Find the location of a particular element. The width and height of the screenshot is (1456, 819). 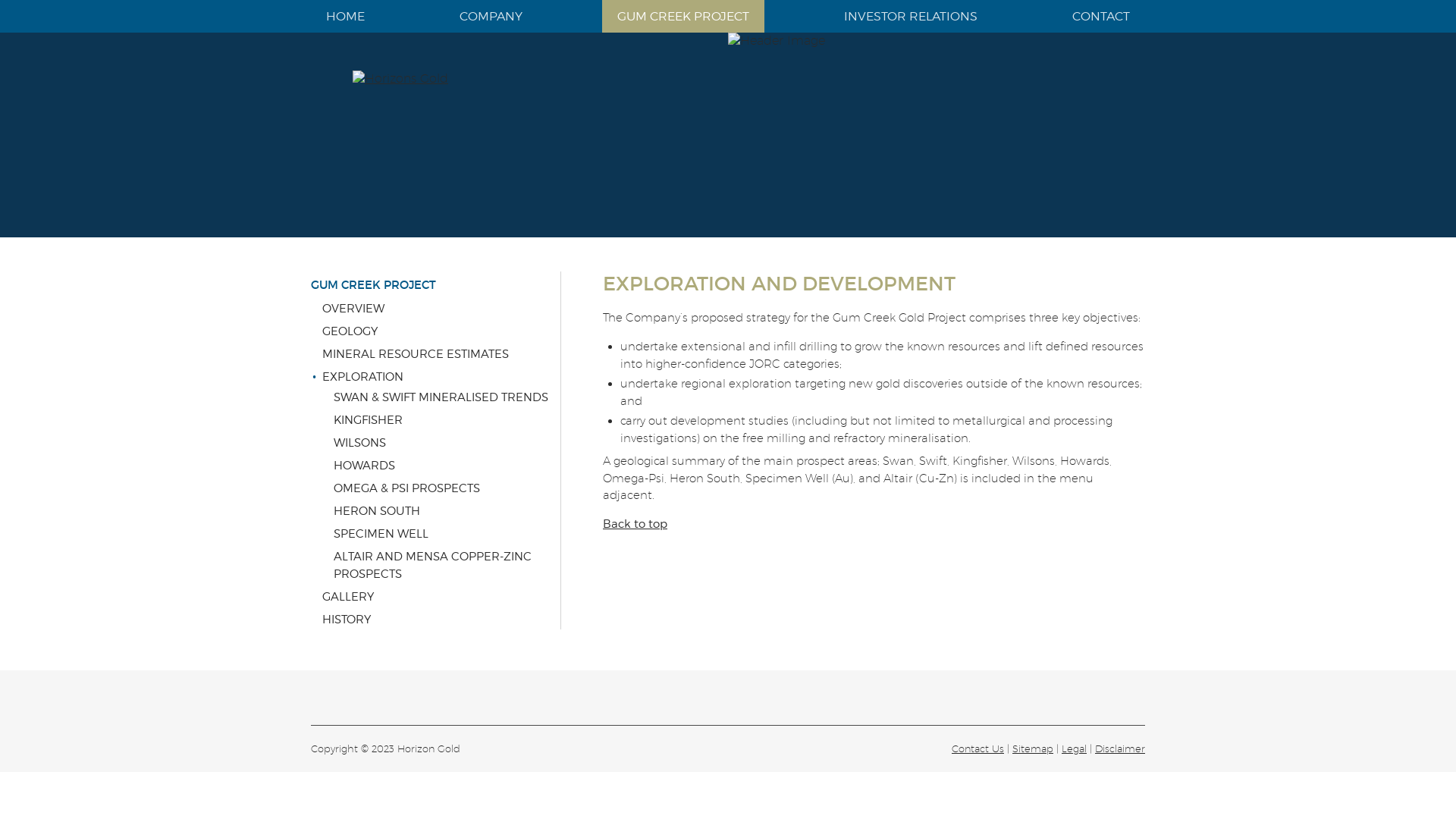

'MINERAL RESOURCE ESTIMATES' is located at coordinates (322, 353).